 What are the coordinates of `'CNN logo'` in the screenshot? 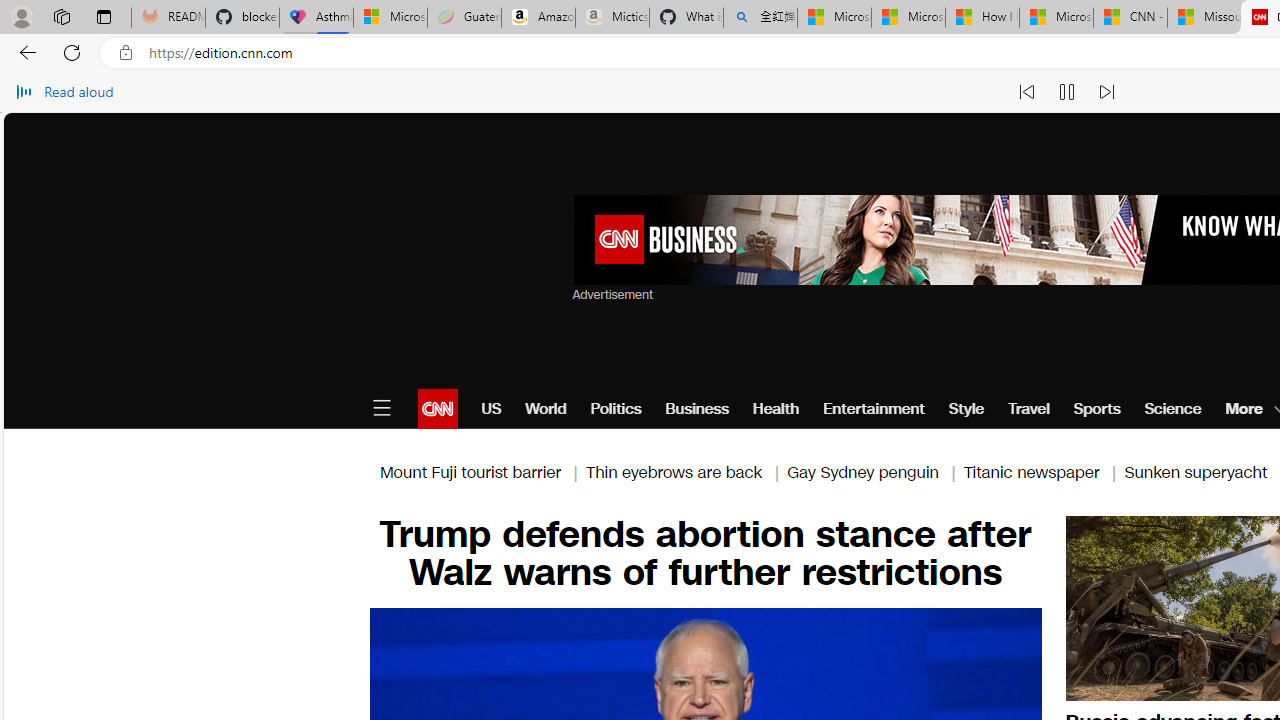 It's located at (436, 407).